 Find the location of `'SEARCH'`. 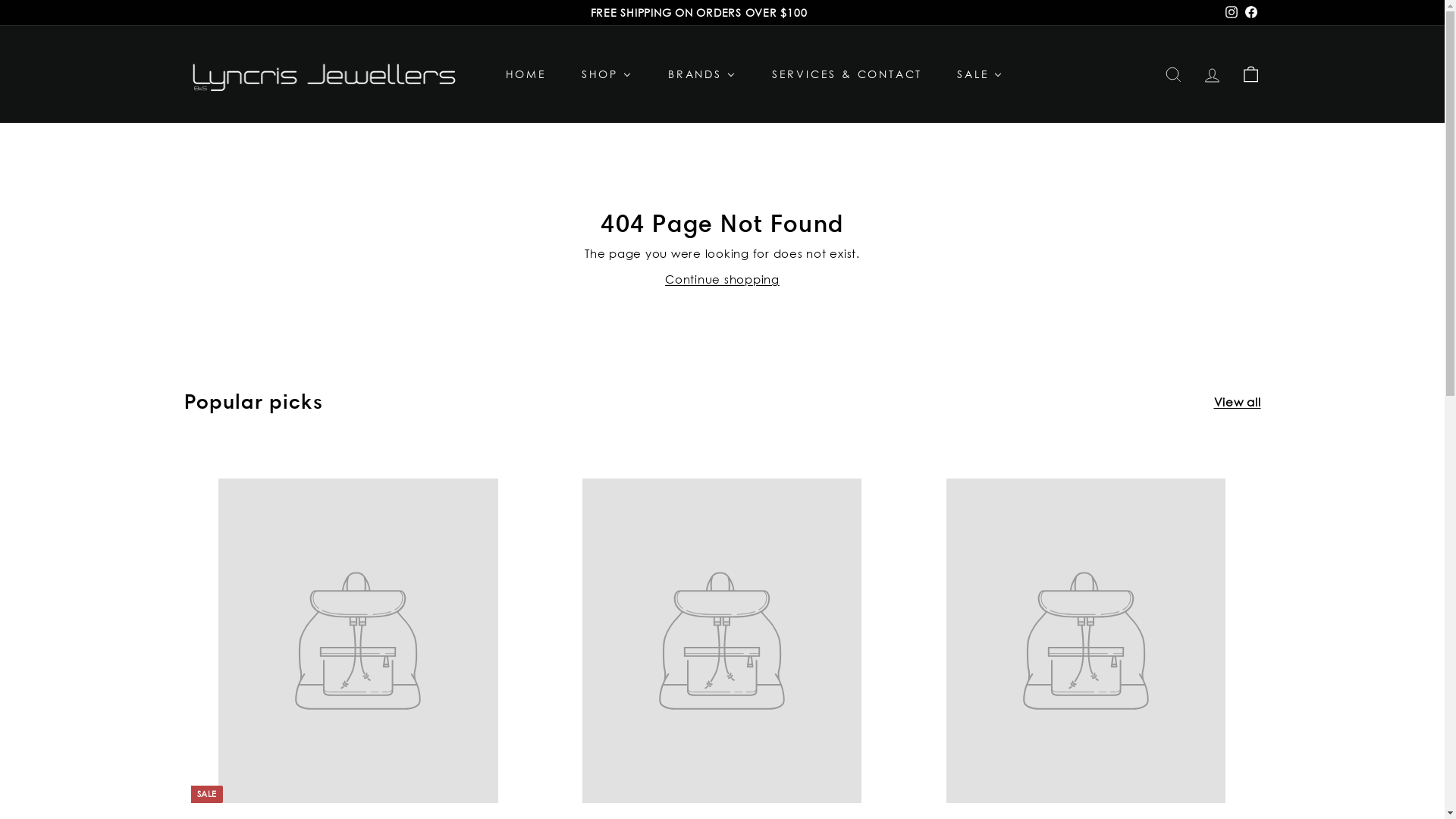

'SEARCH' is located at coordinates (1172, 74).